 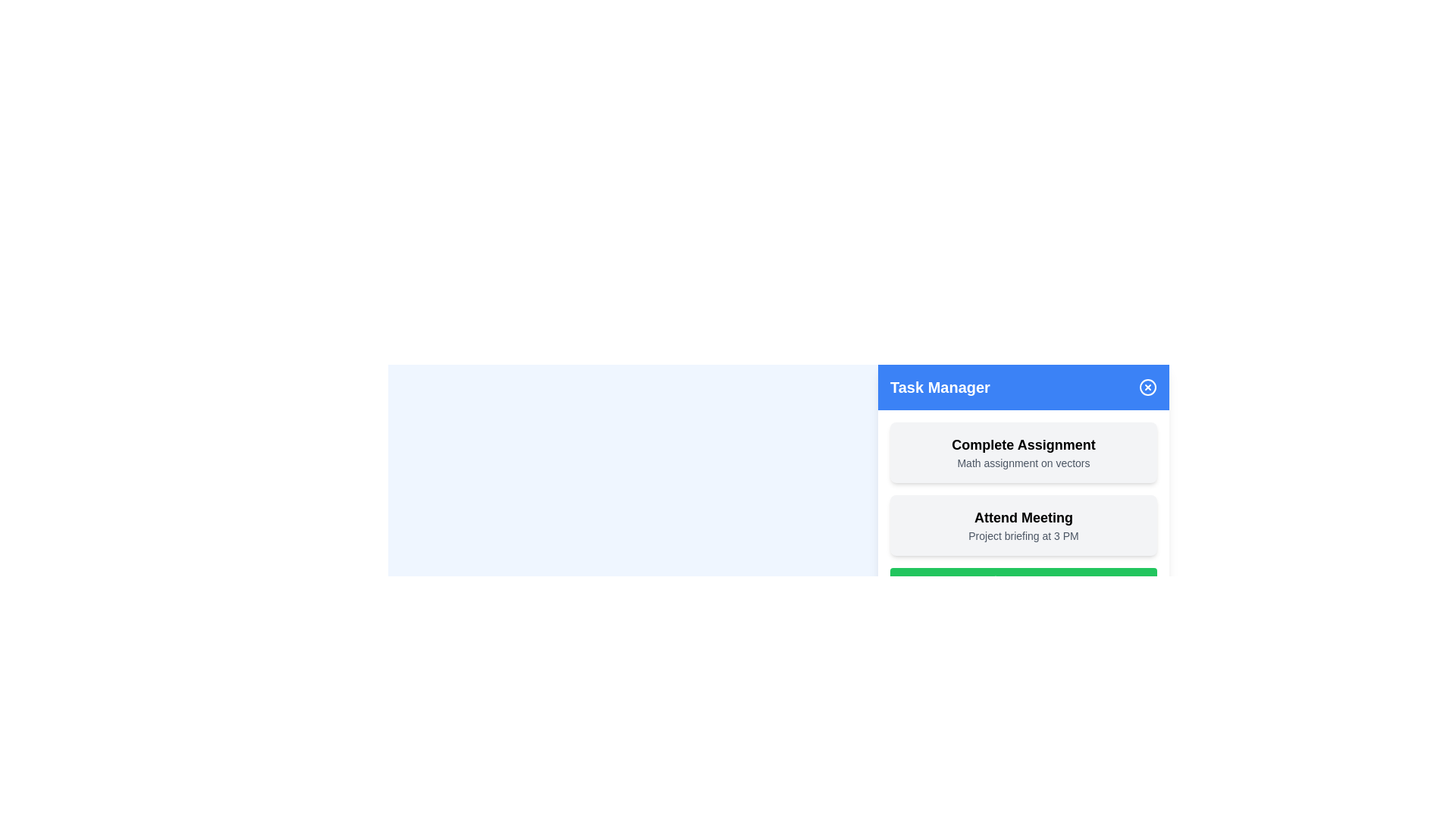 I want to click on the 'Complete Assignment' text label, which is a bold and large font heading within a task card, so click(x=1023, y=444).